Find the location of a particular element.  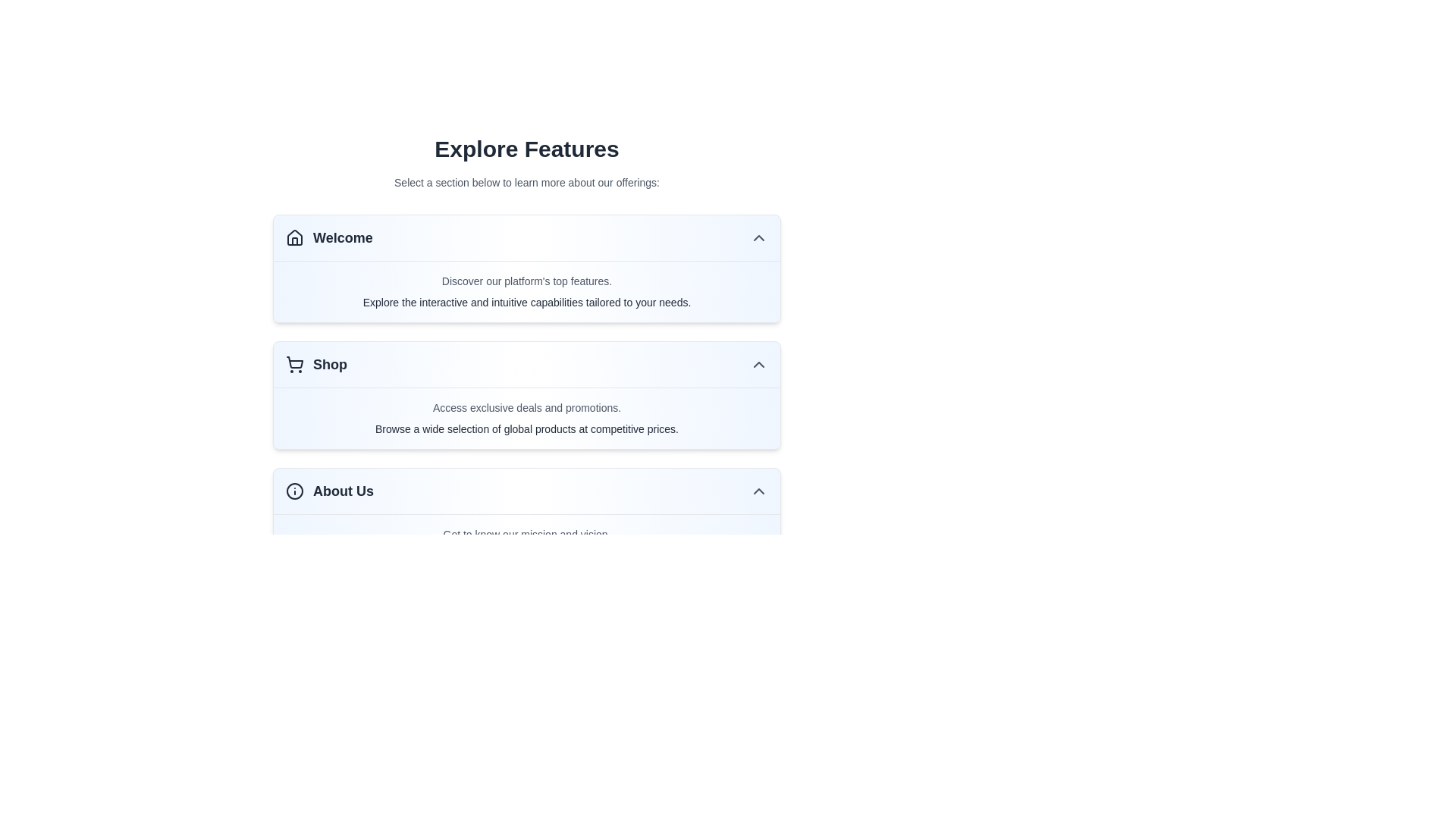

the text block in the 'Shop' section that informs users about exclusive deals and globally sourced products, positioned directly below the title 'Shop' is located at coordinates (527, 418).